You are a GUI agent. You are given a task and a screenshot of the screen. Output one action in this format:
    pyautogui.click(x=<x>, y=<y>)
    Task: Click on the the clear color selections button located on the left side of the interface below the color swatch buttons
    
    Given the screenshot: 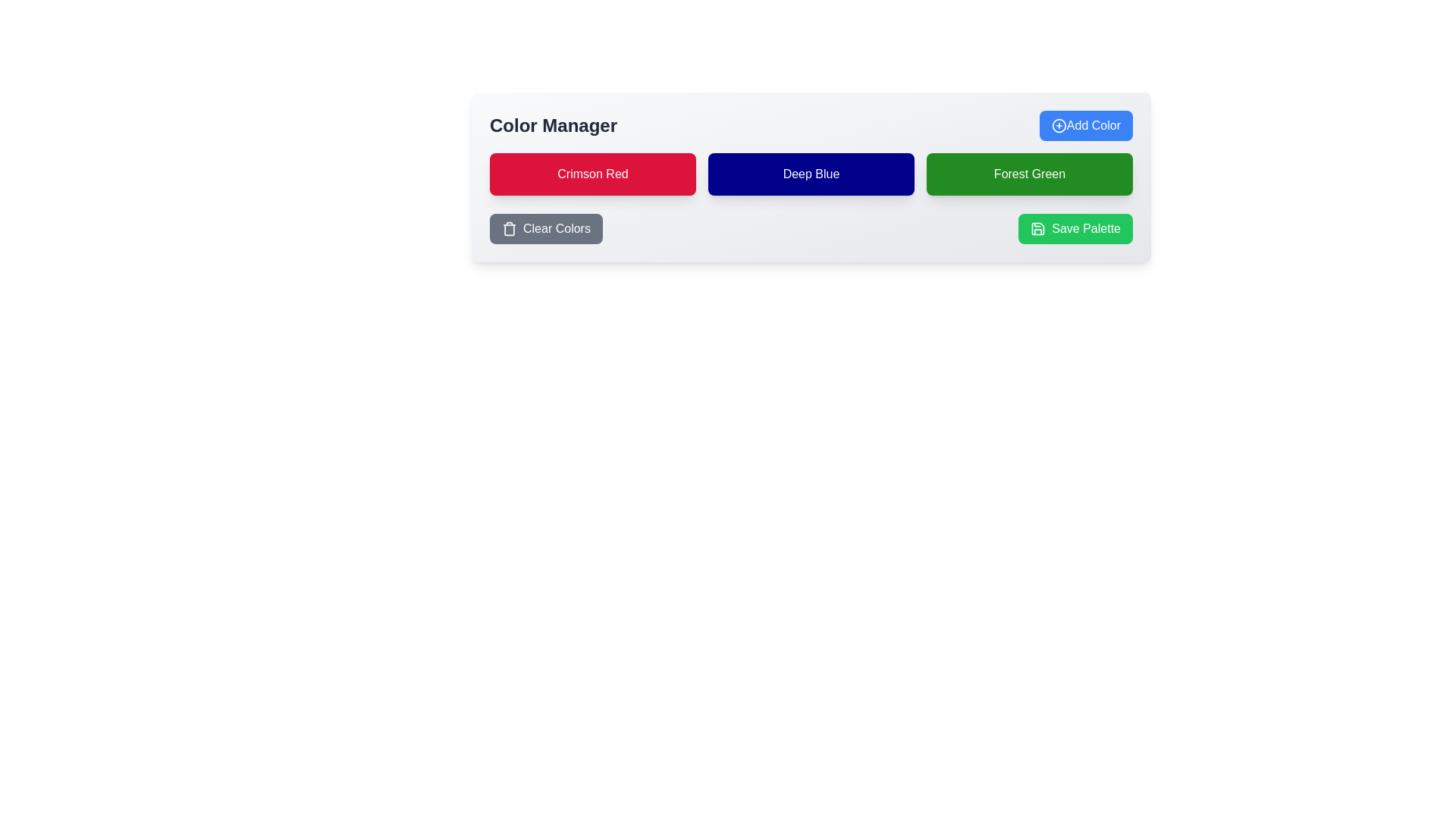 What is the action you would take?
    pyautogui.click(x=546, y=228)
    